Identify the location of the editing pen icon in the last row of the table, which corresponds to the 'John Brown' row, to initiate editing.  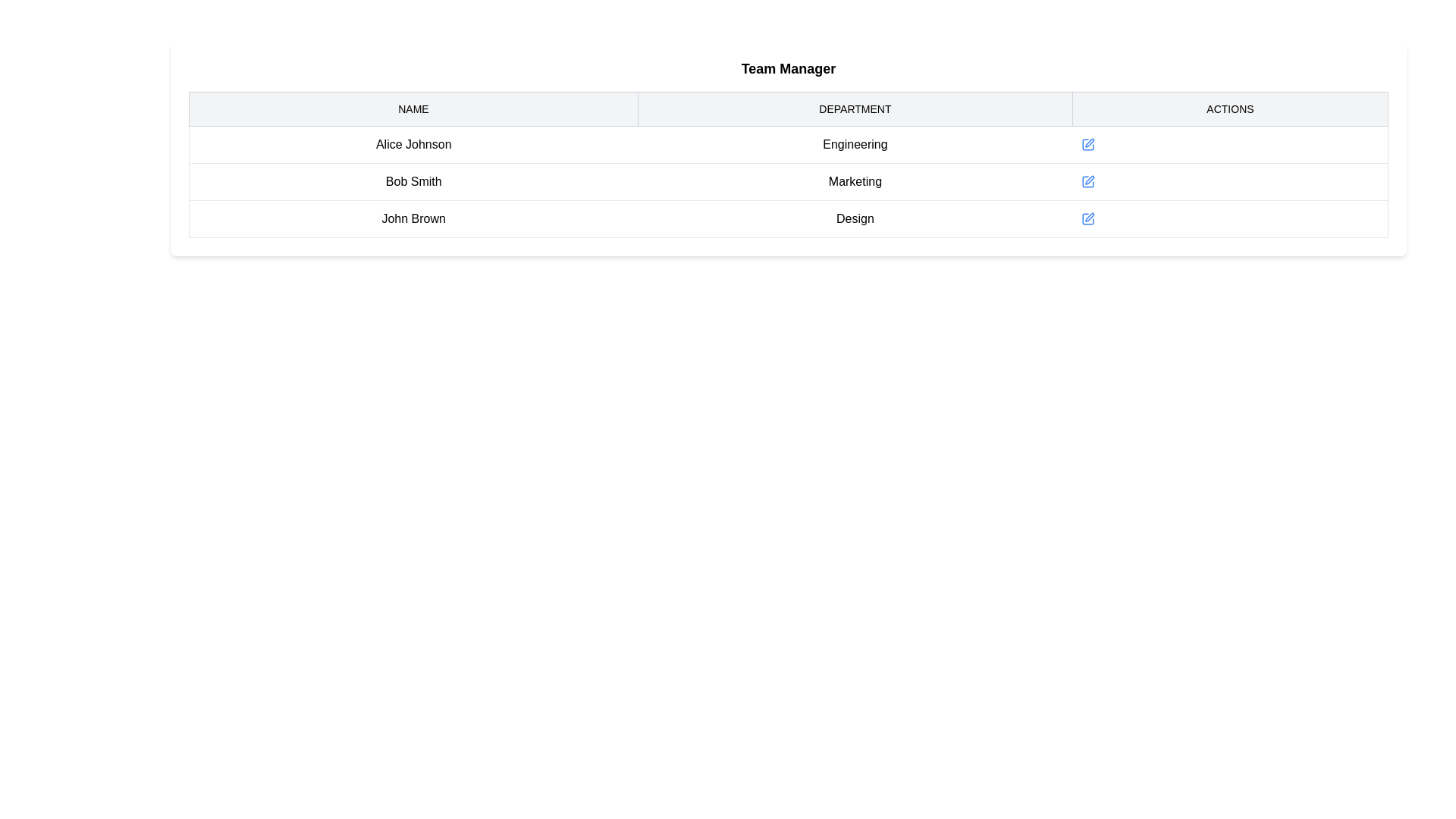
(1087, 219).